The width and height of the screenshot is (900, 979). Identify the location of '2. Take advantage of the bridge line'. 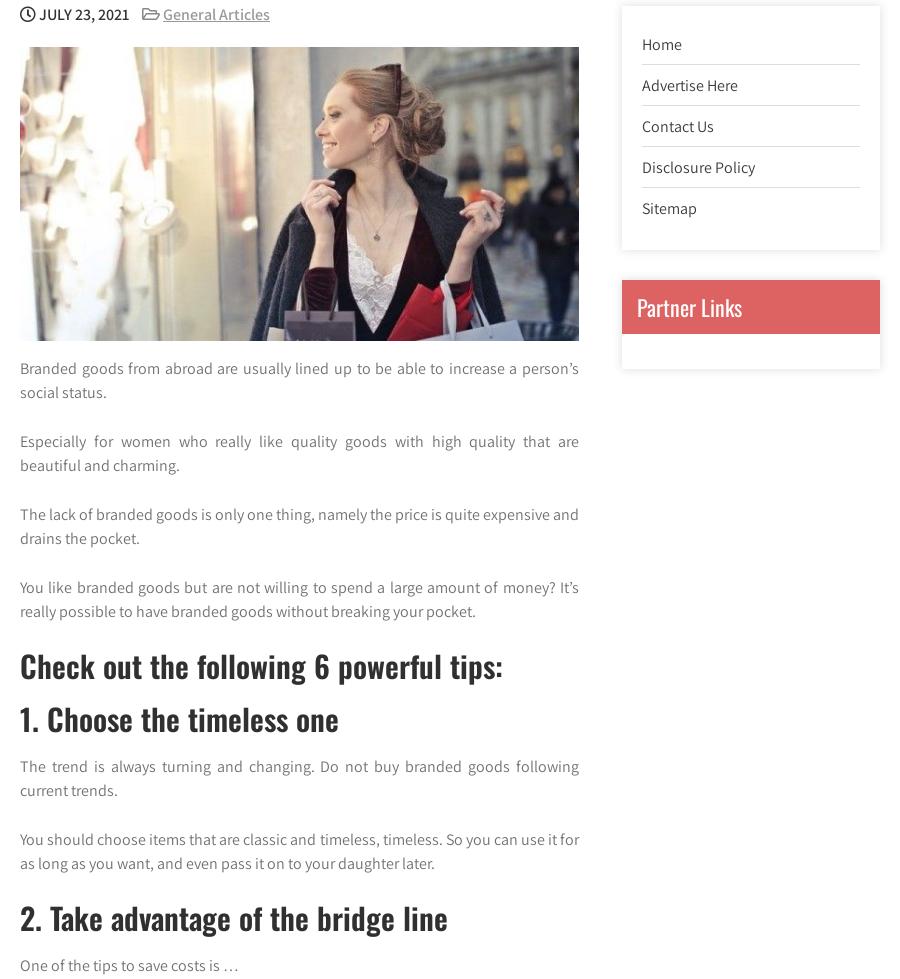
(18, 915).